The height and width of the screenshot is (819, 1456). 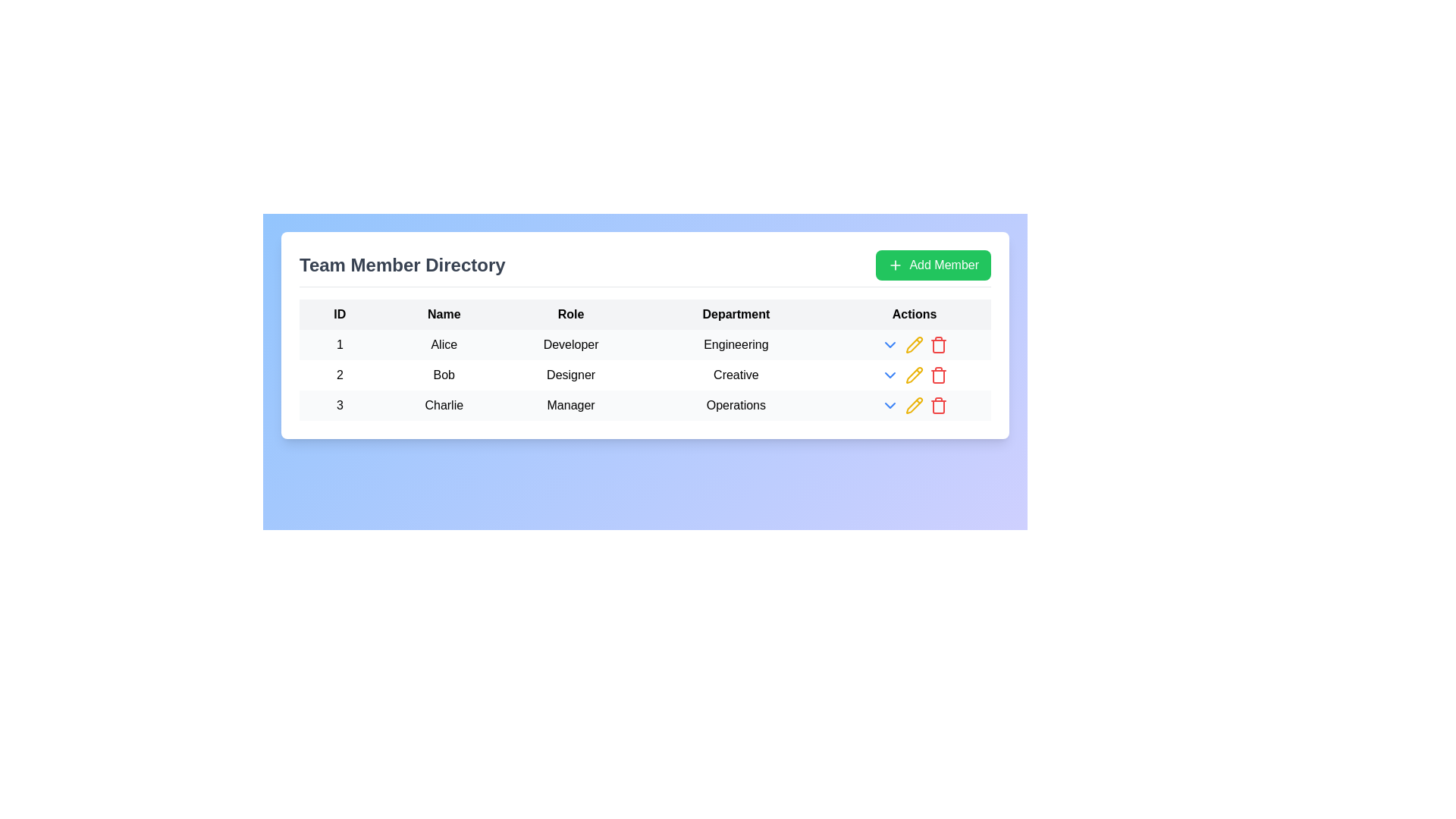 I want to click on the trashcan icon in the 'Actions' column of the table, so click(x=938, y=346).